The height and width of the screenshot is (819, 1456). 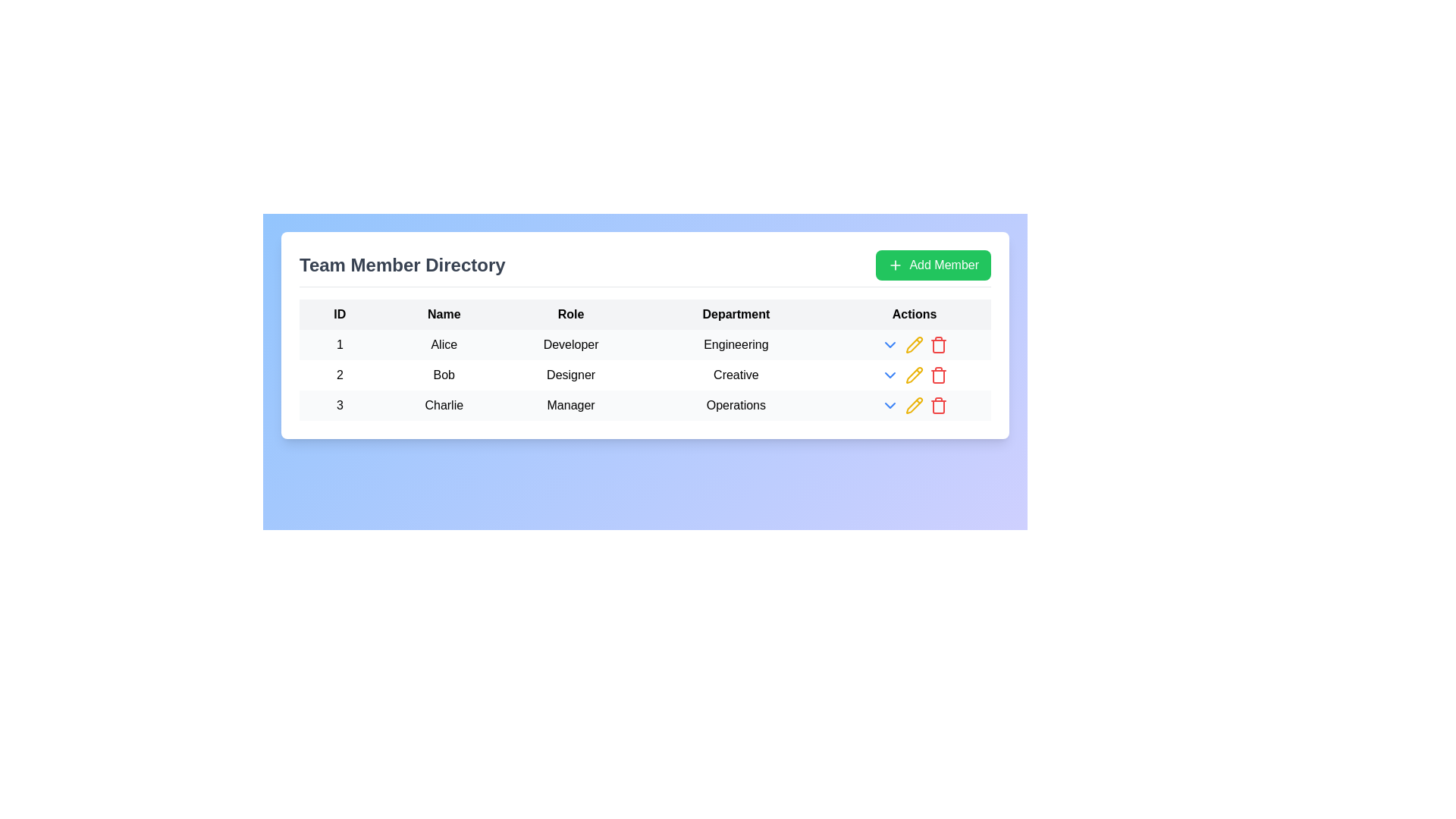 I want to click on the trashcan icon in the 'Actions' column of the table, so click(x=938, y=346).